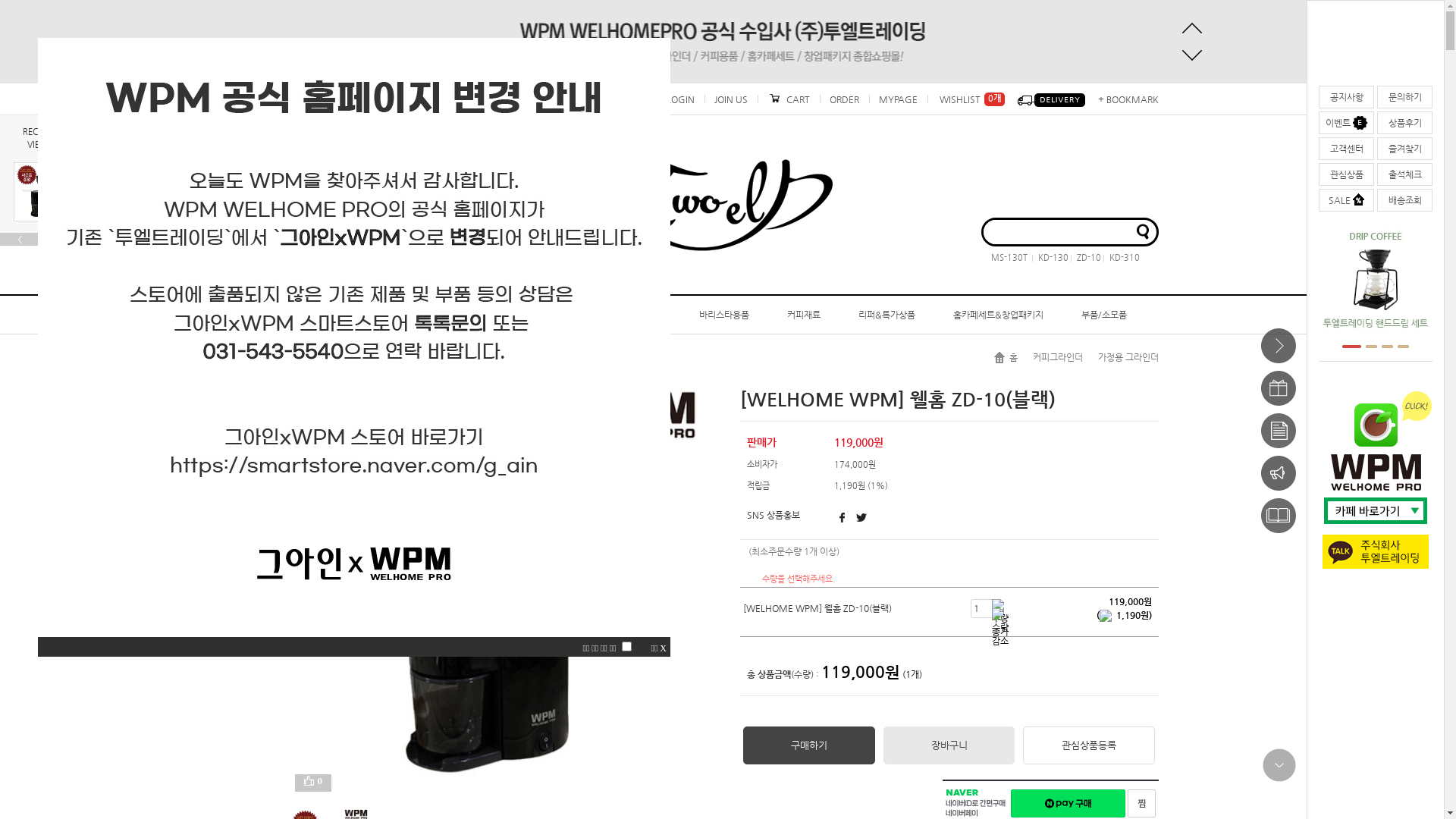  What do you see at coordinates (818, 99) in the screenshot?
I see `' ORDER'` at bounding box center [818, 99].